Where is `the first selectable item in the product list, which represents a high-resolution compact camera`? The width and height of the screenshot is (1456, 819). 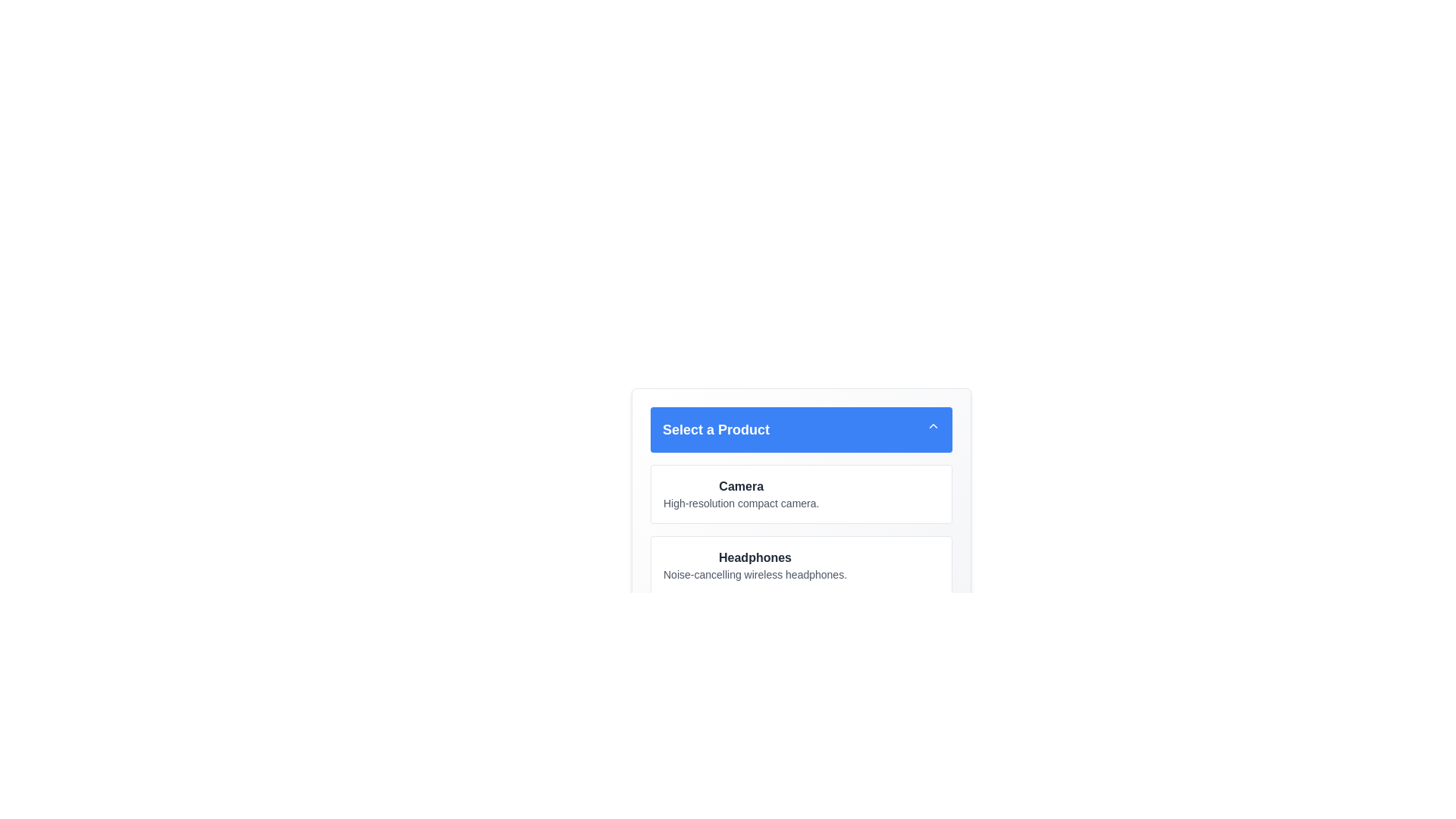
the first selectable item in the product list, which represents a high-resolution compact camera is located at coordinates (800, 494).